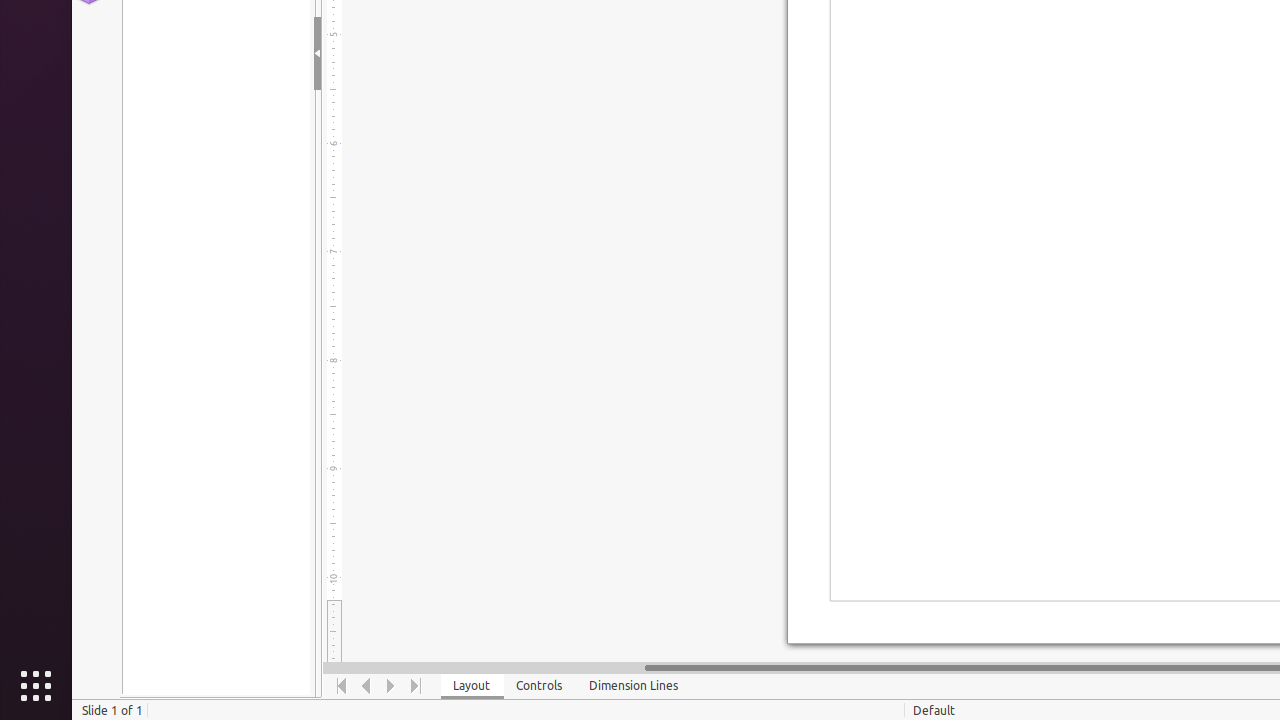  What do you see at coordinates (35, 685) in the screenshot?
I see `'Show Applications'` at bounding box center [35, 685].